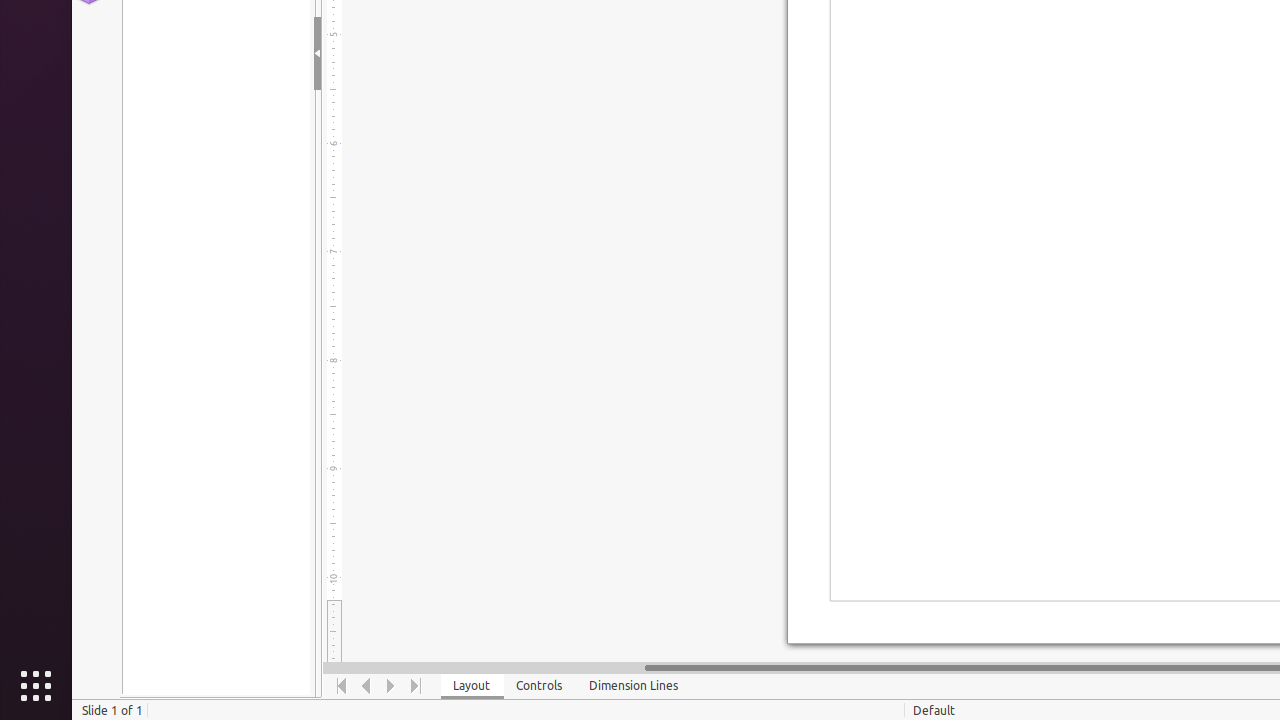  What do you see at coordinates (35, 685) in the screenshot?
I see `'Show Applications'` at bounding box center [35, 685].